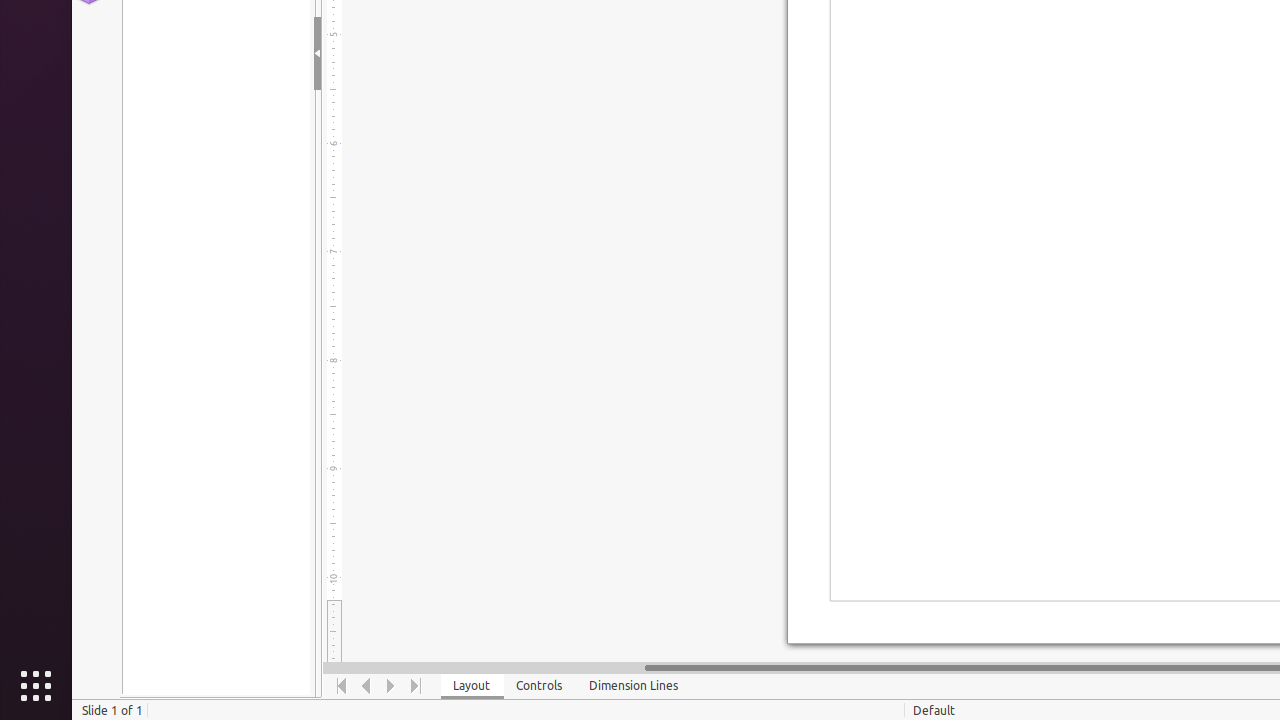  What do you see at coordinates (35, 685) in the screenshot?
I see `'Show Applications'` at bounding box center [35, 685].